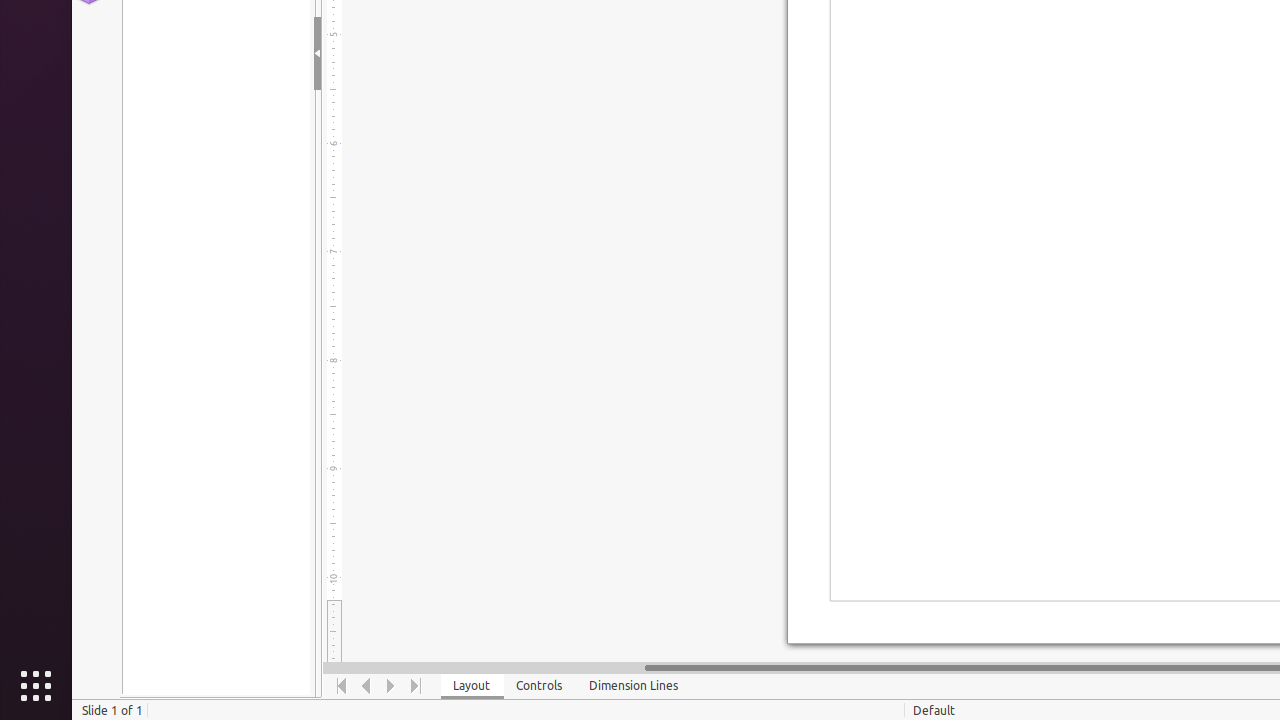  What do you see at coordinates (35, 685) in the screenshot?
I see `'Show Applications'` at bounding box center [35, 685].